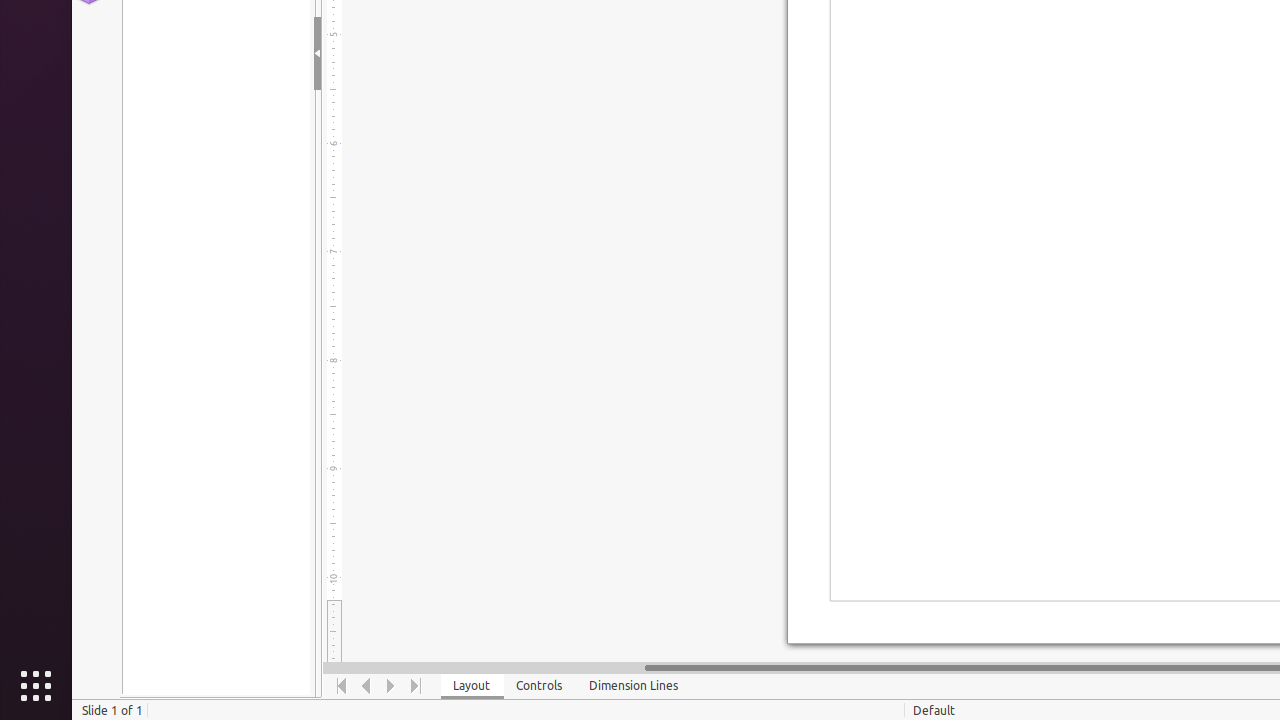  What do you see at coordinates (35, 685) in the screenshot?
I see `'Show Applications'` at bounding box center [35, 685].